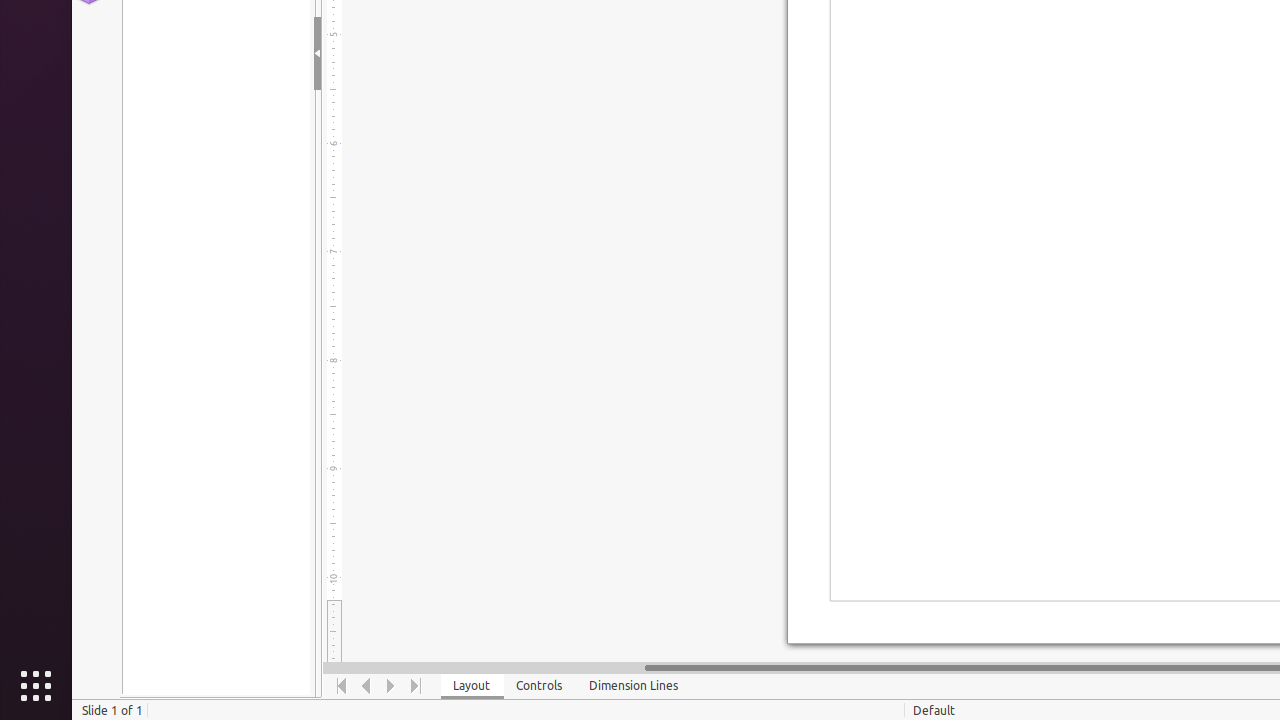  What do you see at coordinates (35, 685) in the screenshot?
I see `'Show Applications'` at bounding box center [35, 685].